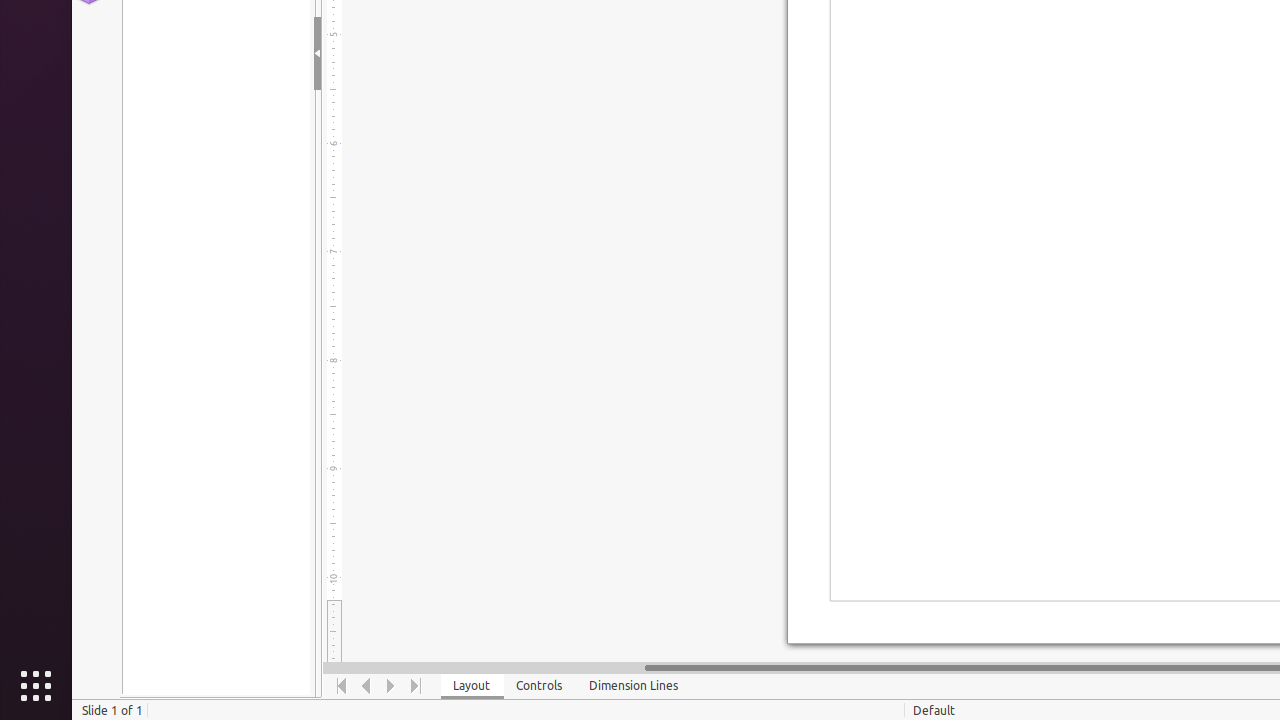  What do you see at coordinates (35, 685) in the screenshot?
I see `'Show Applications'` at bounding box center [35, 685].